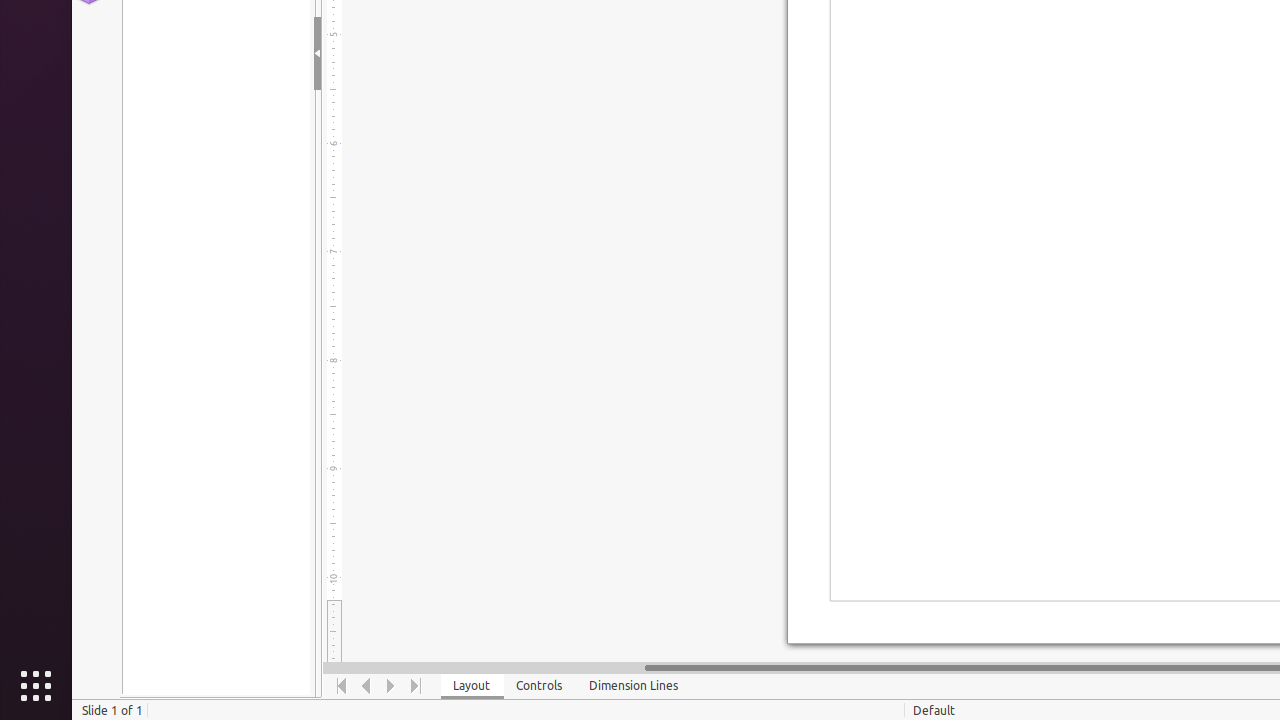  What do you see at coordinates (35, 685) in the screenshot?
I see `'Show Applications'` at bounding box center [35, 685].